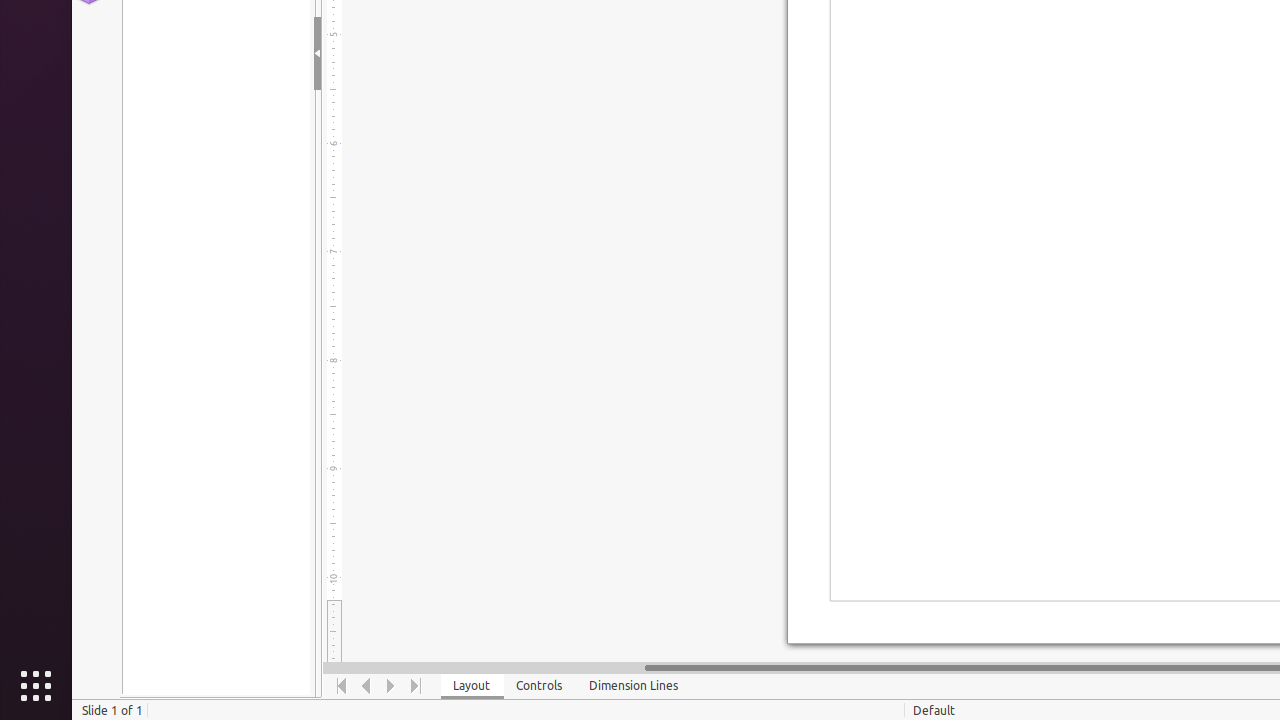  What do you see at coordinates (35, 685) in the screenshot?
I see `'Show Applications'` at bounding box center [35, 685].